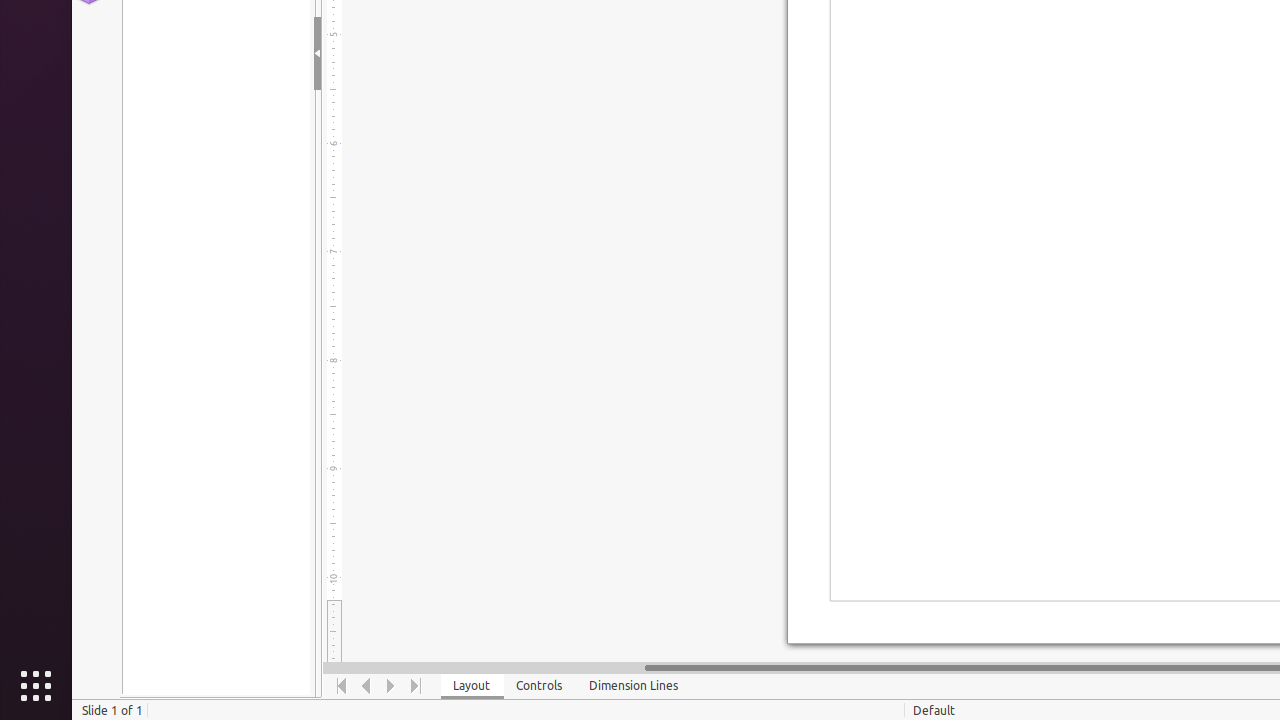  What do you see at coordinates (35, 685) in the screenshot?
I see `'Show Applications'` at bounding box center [35, 685].